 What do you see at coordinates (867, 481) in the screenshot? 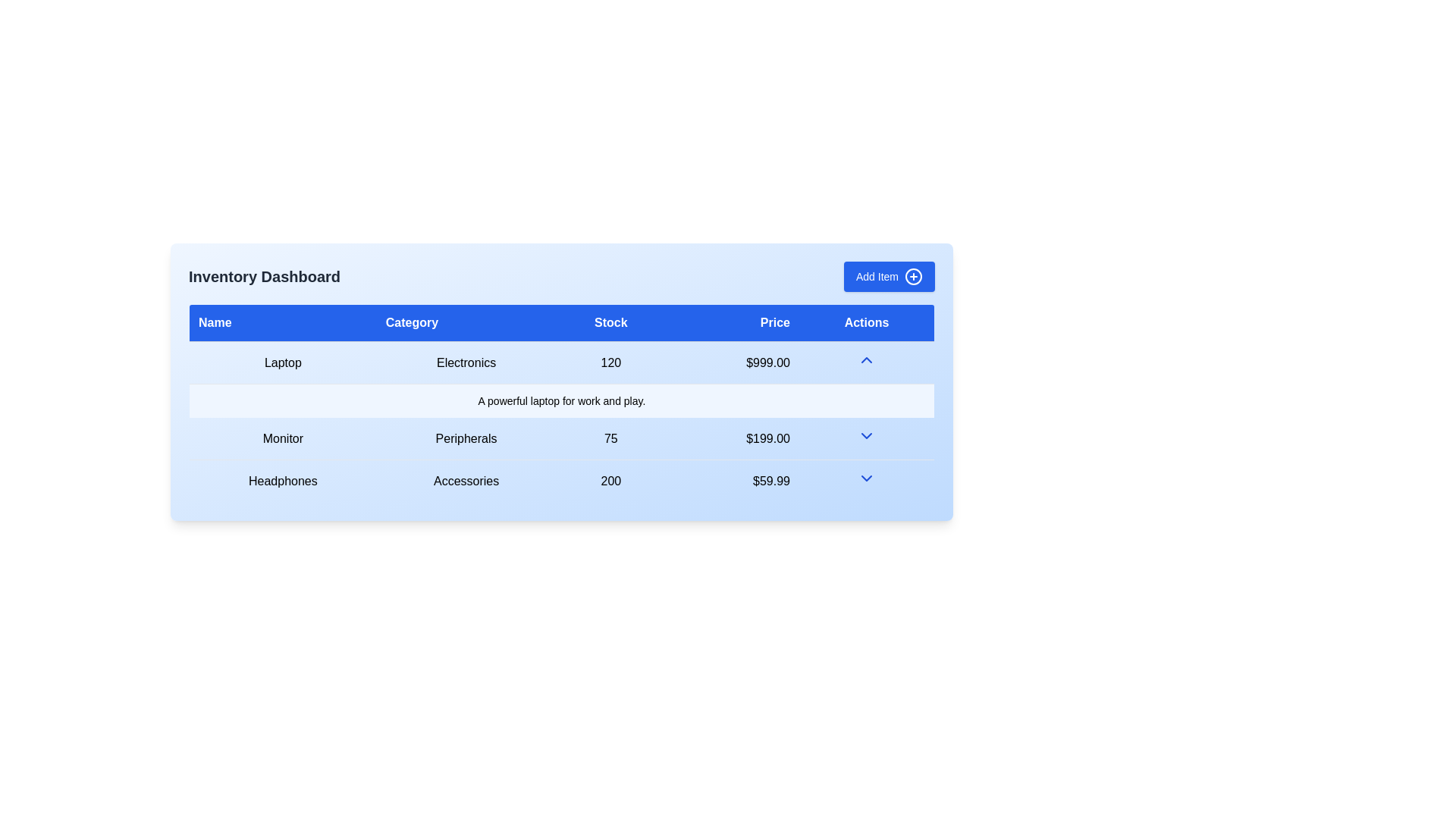
I see `the small blue downward-facing arrow icon in the 'Actions' column for the 'Headphones' product entry` at bounding box center [867, 481].